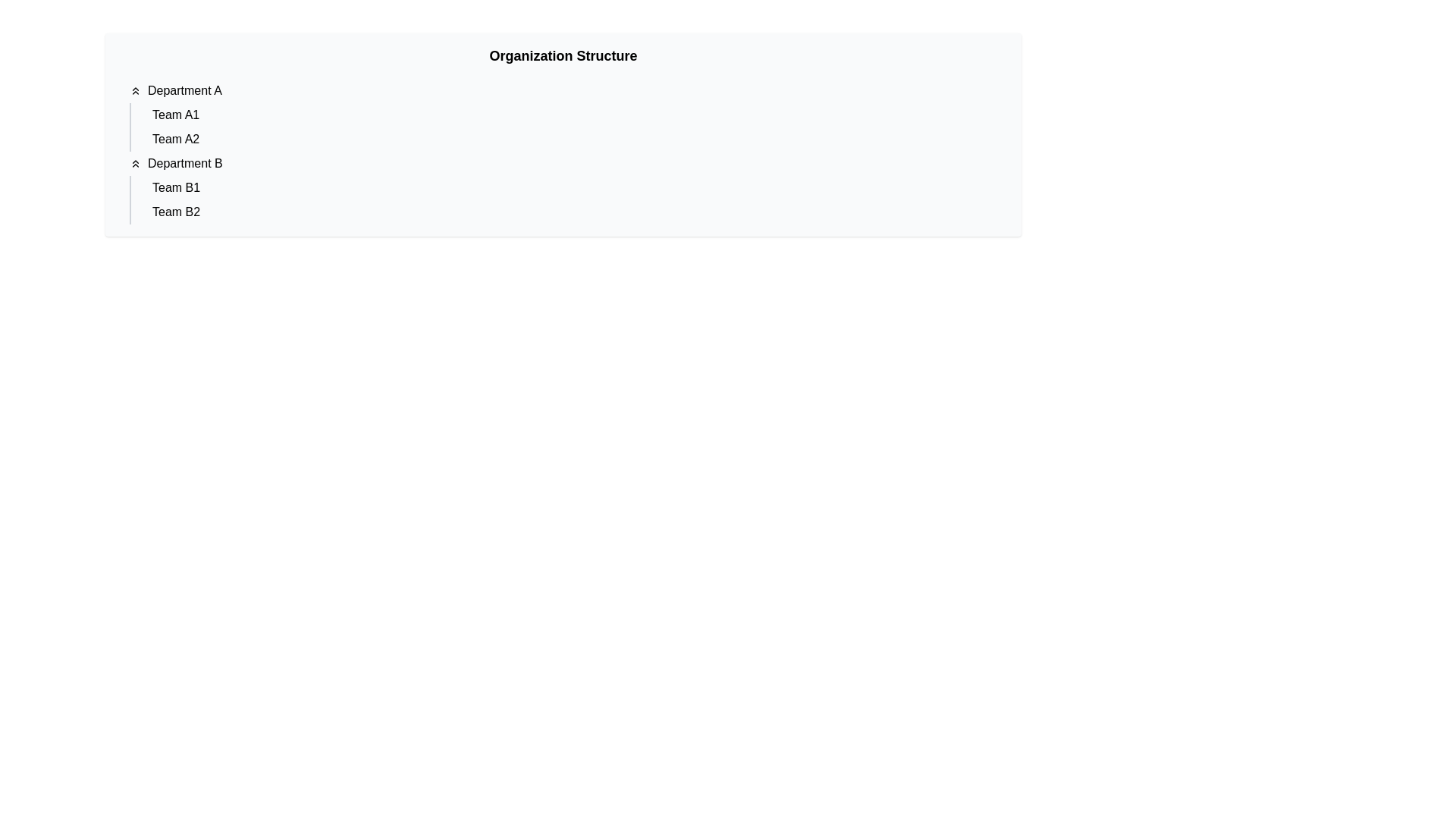 Image resolution: width=1456 pixels, height=819 pixels. What do you see at coordinates (135, 164) in the screenshot?
I see `the toggle button icon, which resembles two upward-pointing chevrons, located to the left of the label 'Department B'` at bounding box center [135, 164].